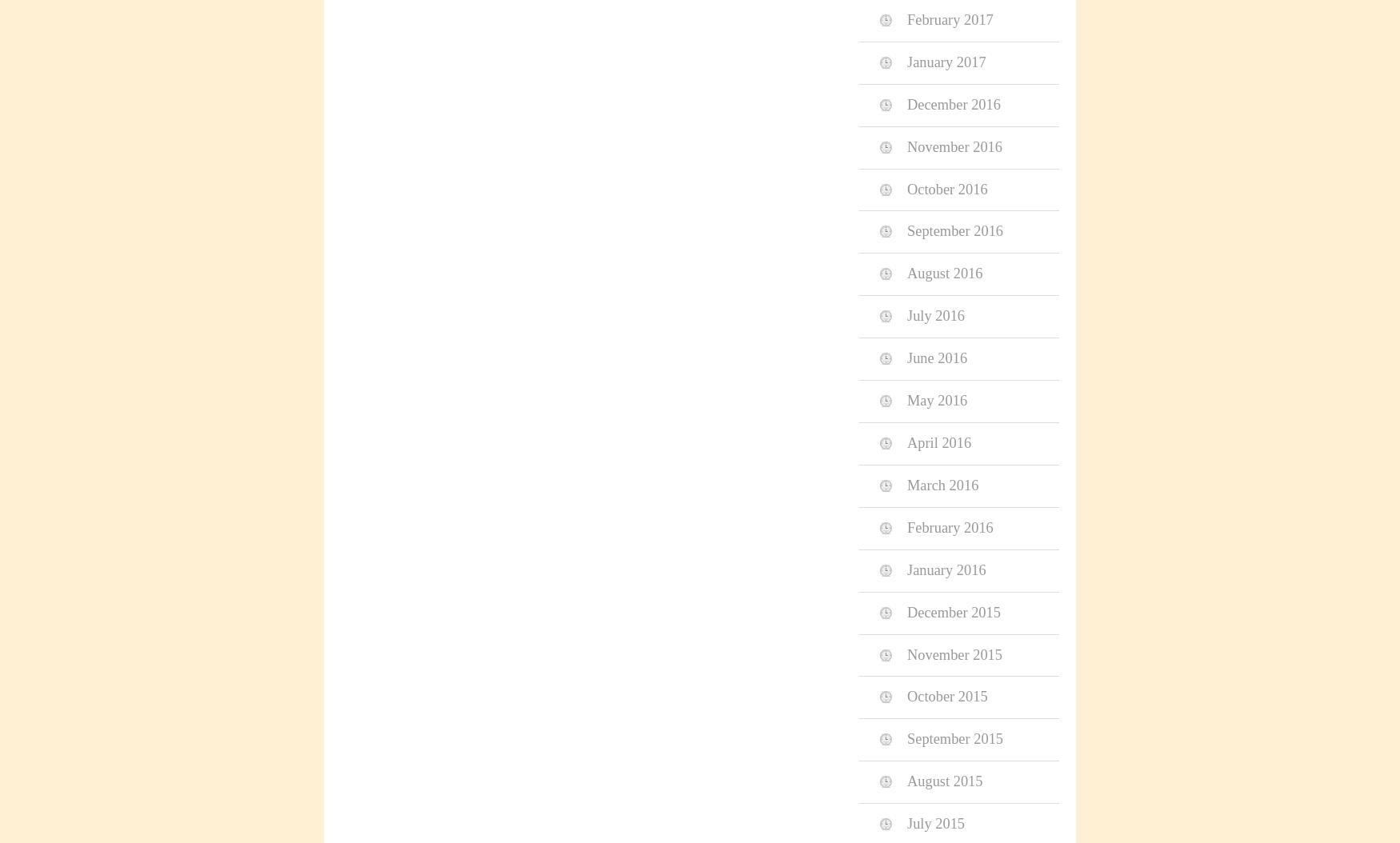  What do you see at coordinates (906, 19) in the screenshot?
I see `'February 2017'` at bounding box center [906, 19].